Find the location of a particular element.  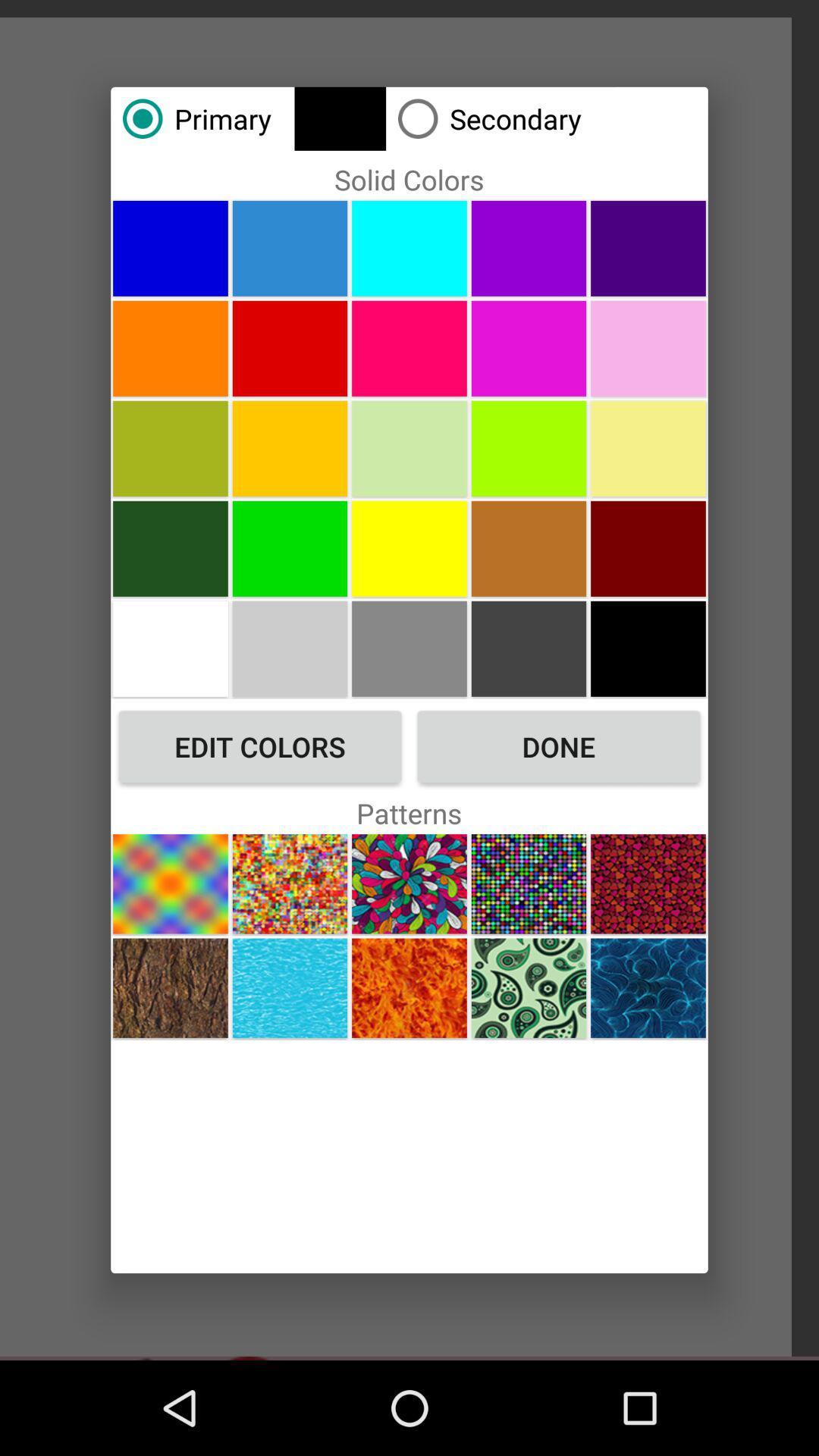

this color is located at coordinates (170, 447).